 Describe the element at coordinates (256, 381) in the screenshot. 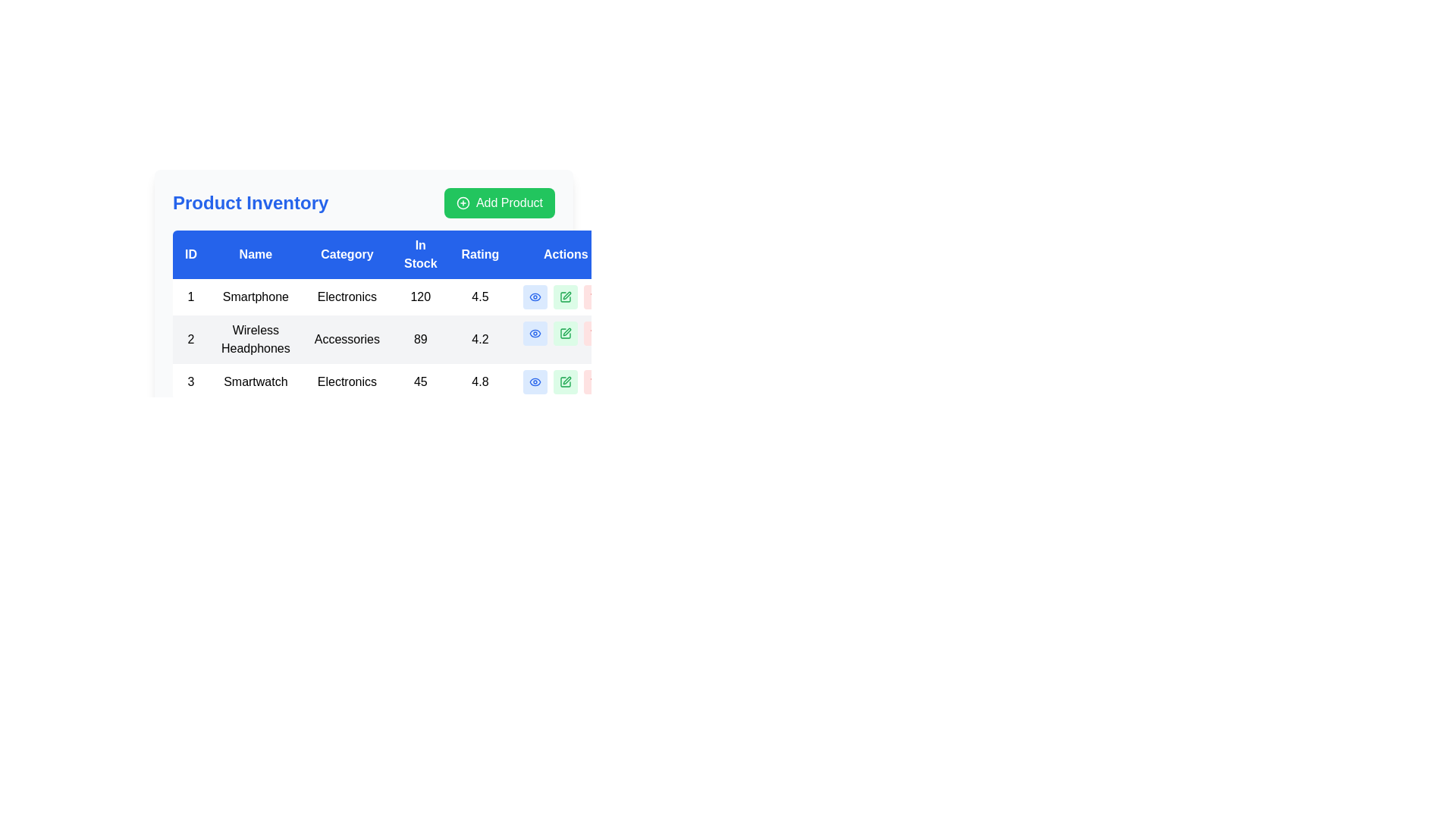

I see `the static text label displaying the product name in the third row of the table corresponding to ID '3'` at that location.